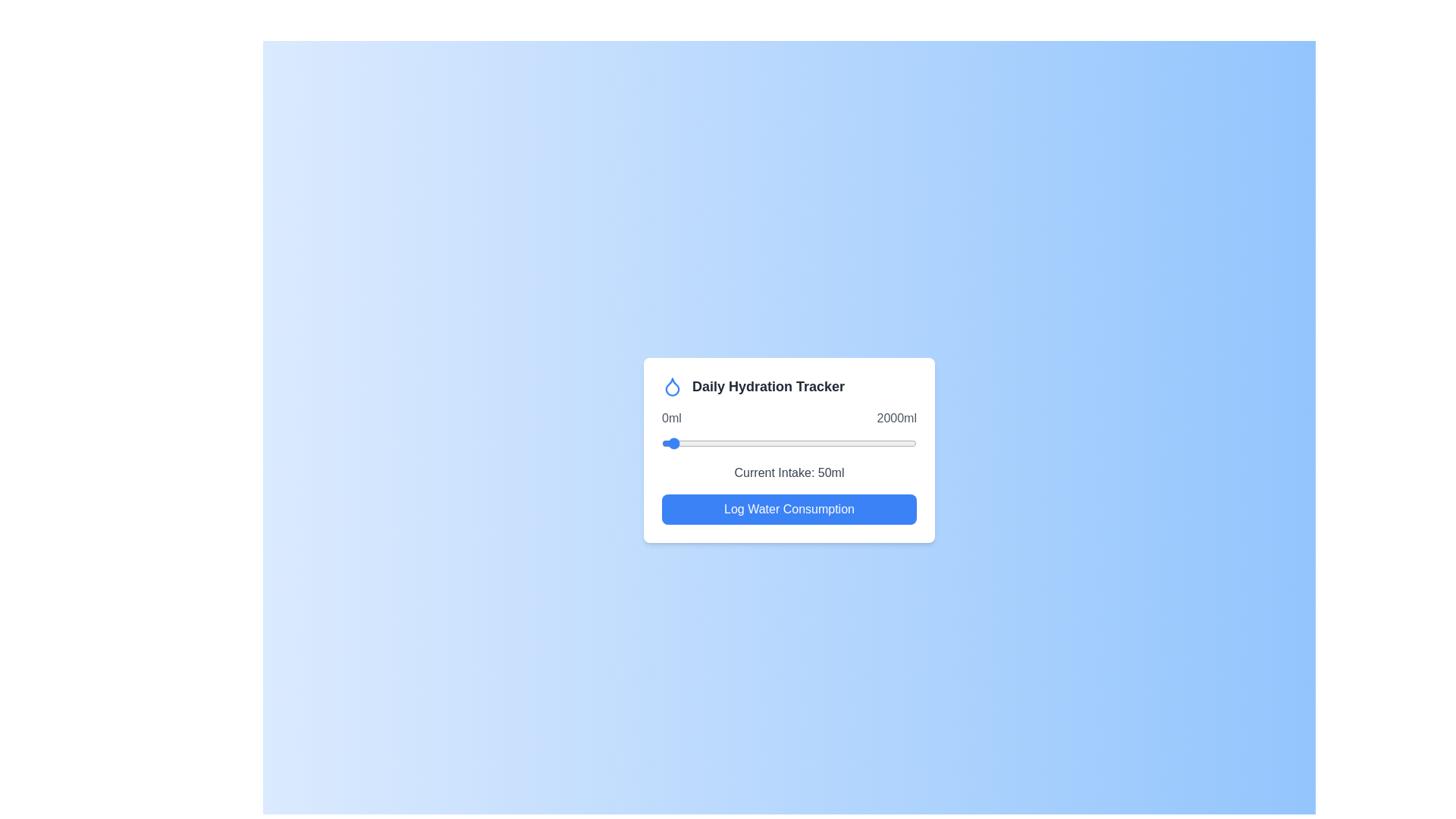 This screenshot has height=819, width=1456. I want to click on the 'Log Water Consumption' button, so click(789, 509).